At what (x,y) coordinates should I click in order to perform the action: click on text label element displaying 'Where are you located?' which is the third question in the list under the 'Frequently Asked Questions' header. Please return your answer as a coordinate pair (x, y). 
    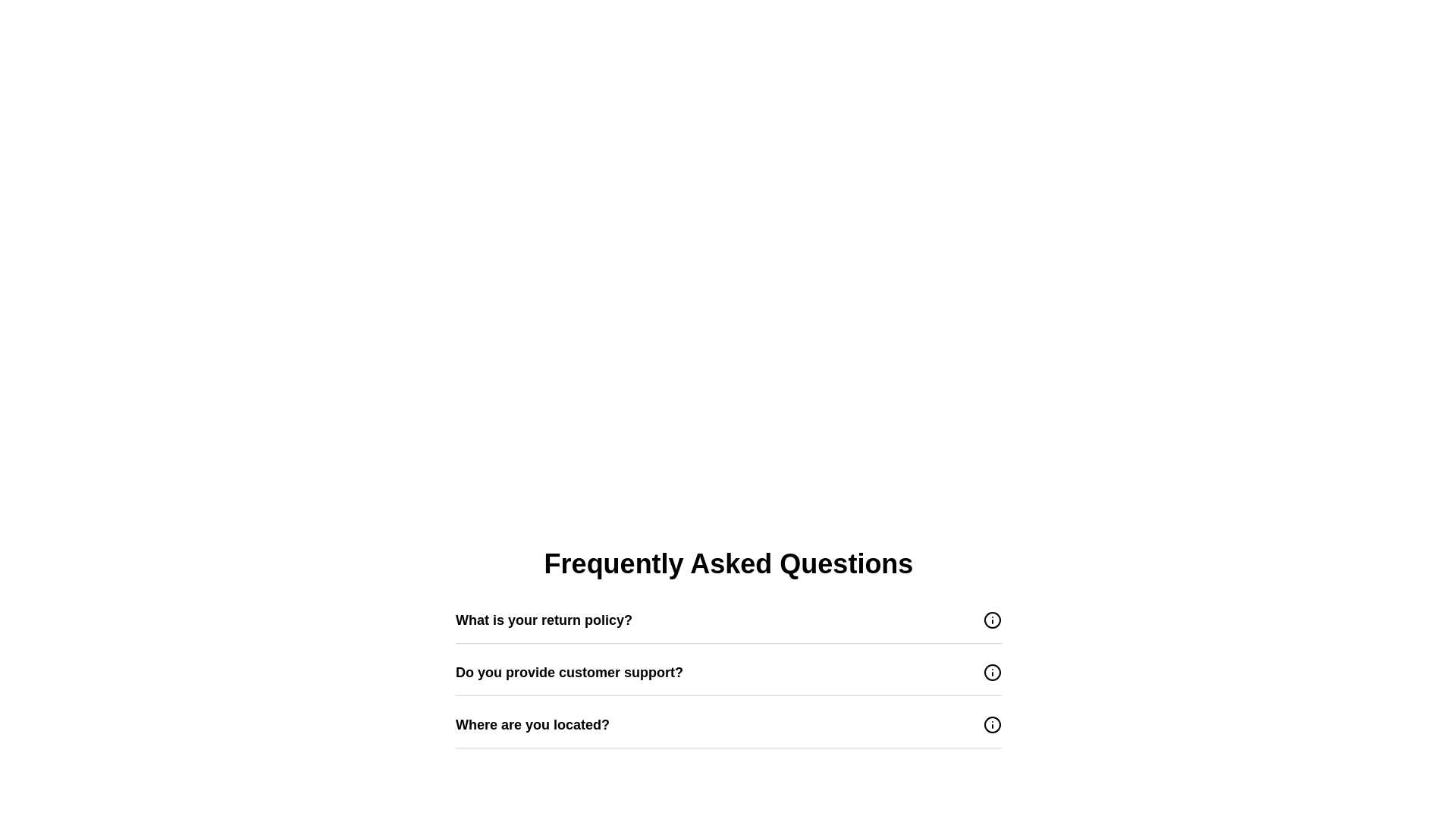
    Looking at the image, I should click on (532, 724).